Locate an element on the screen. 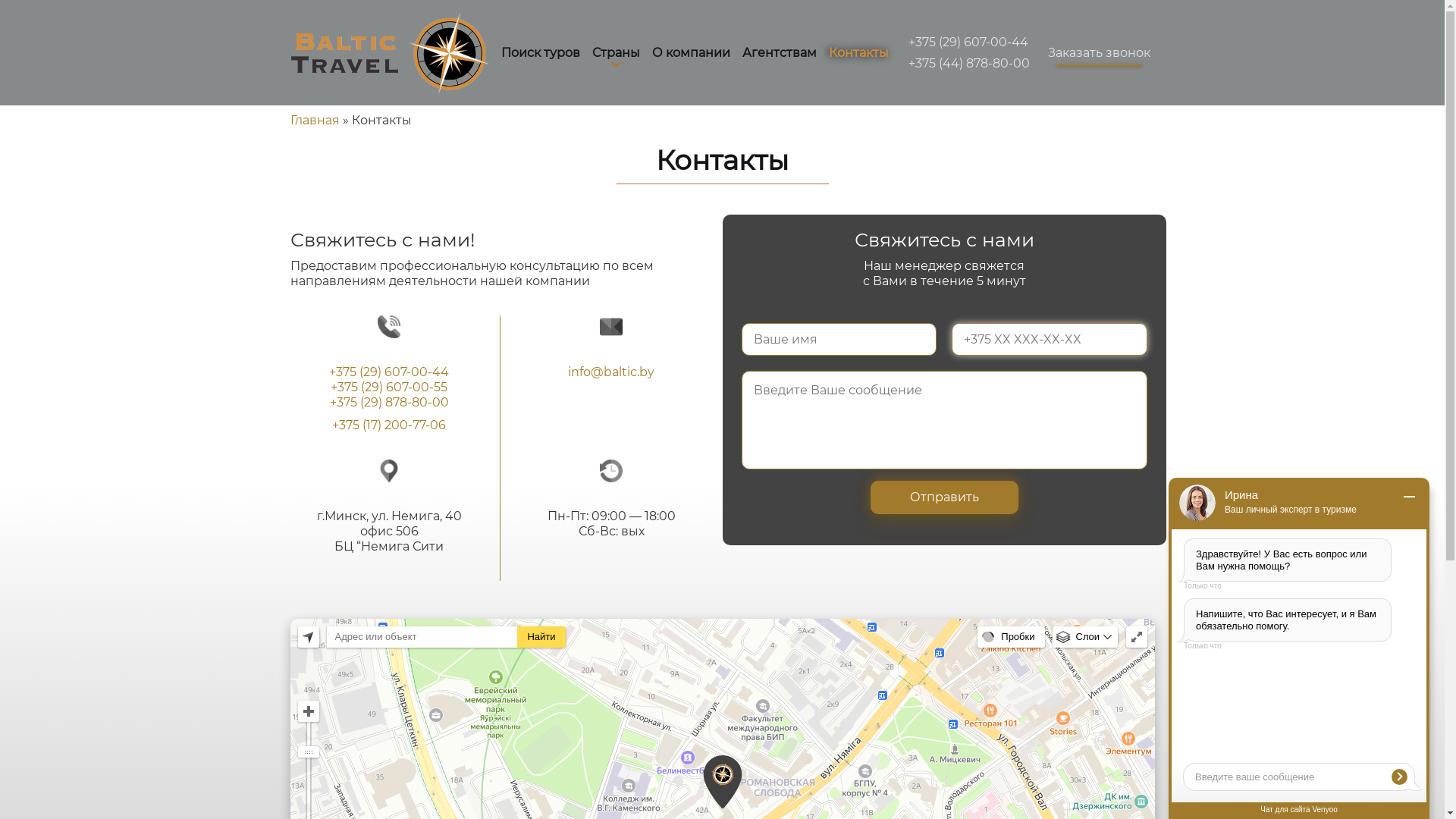 This screenshot has height=819, width=1456. '+375 (17) 200-77-06' is located at coordinates (389, 424).